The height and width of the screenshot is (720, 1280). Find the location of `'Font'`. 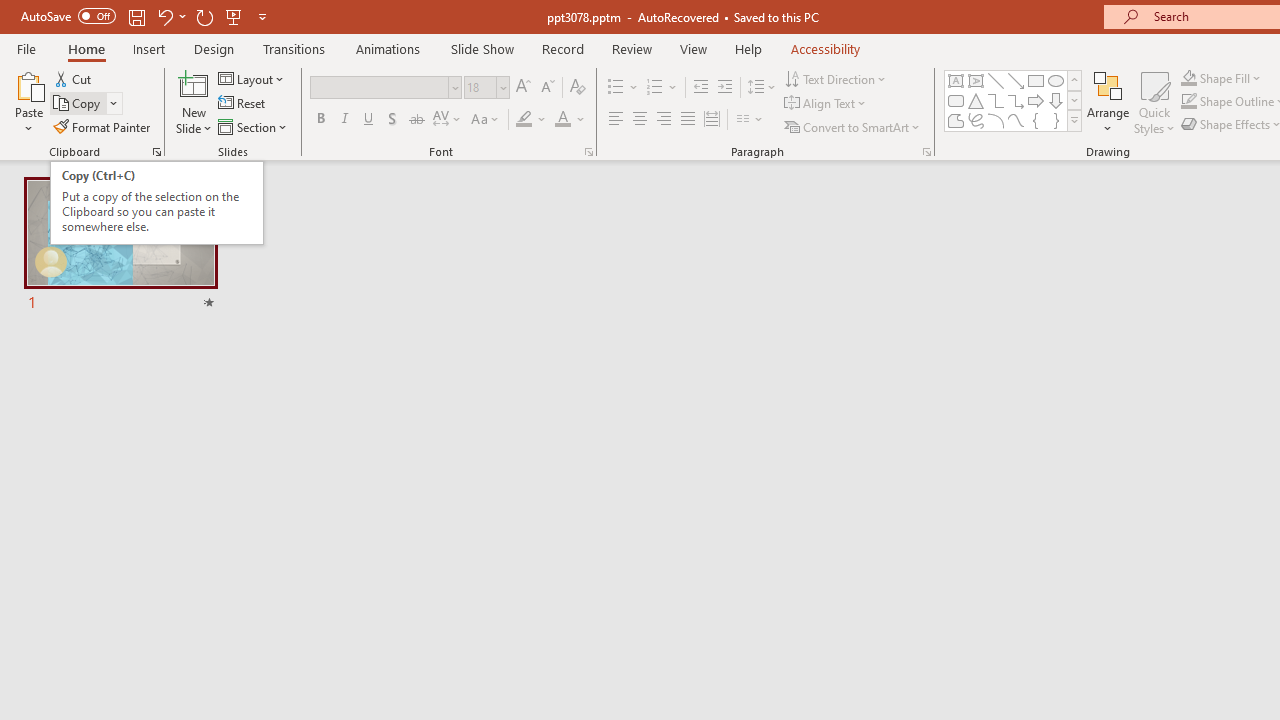

'Font' is located at coordinates (385, 86).